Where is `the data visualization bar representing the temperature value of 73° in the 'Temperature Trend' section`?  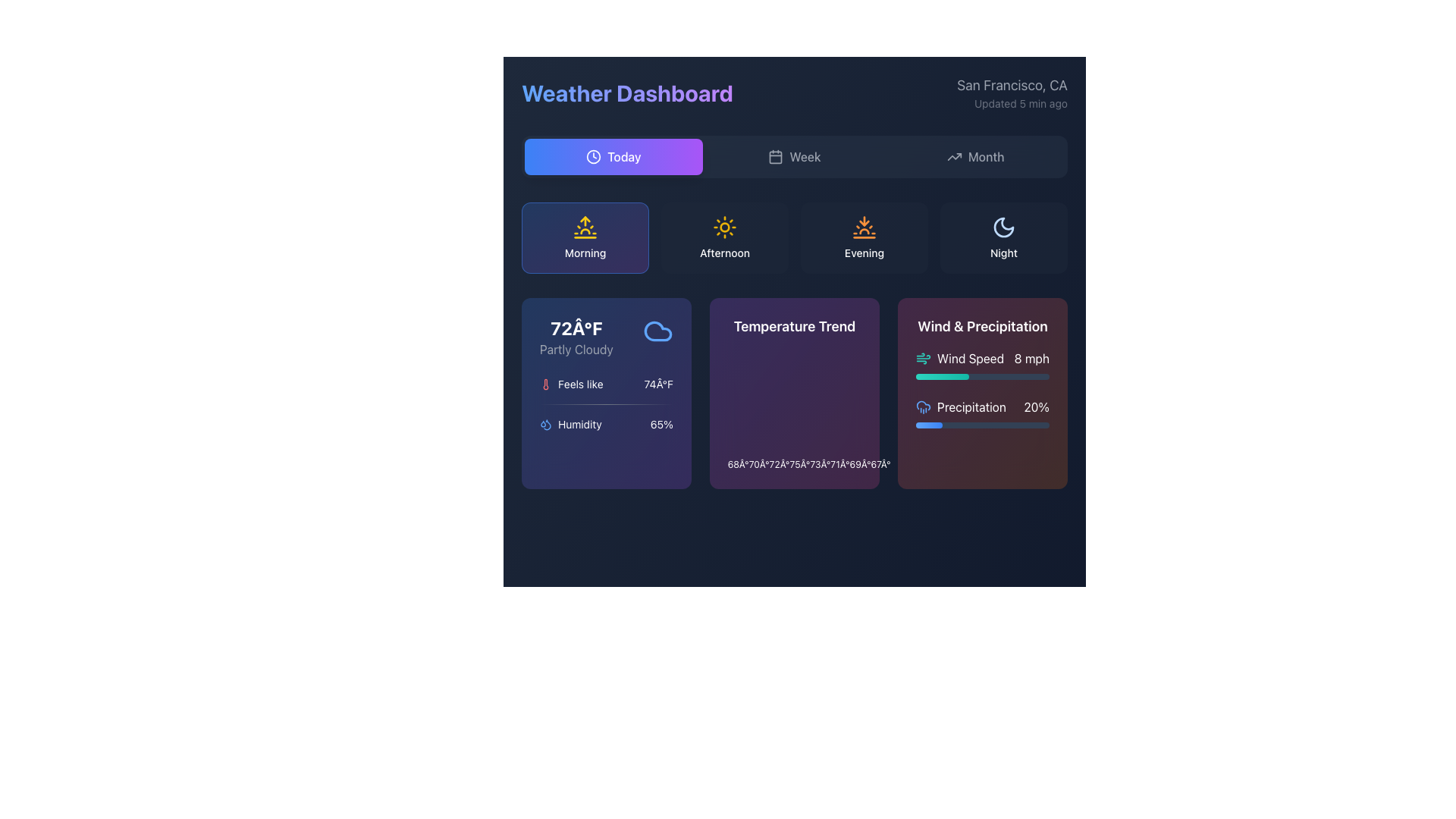 the data visualization bar representing the temperature value of 73° in the 'Temperature Trend' section is located at coordinates (820, 461).